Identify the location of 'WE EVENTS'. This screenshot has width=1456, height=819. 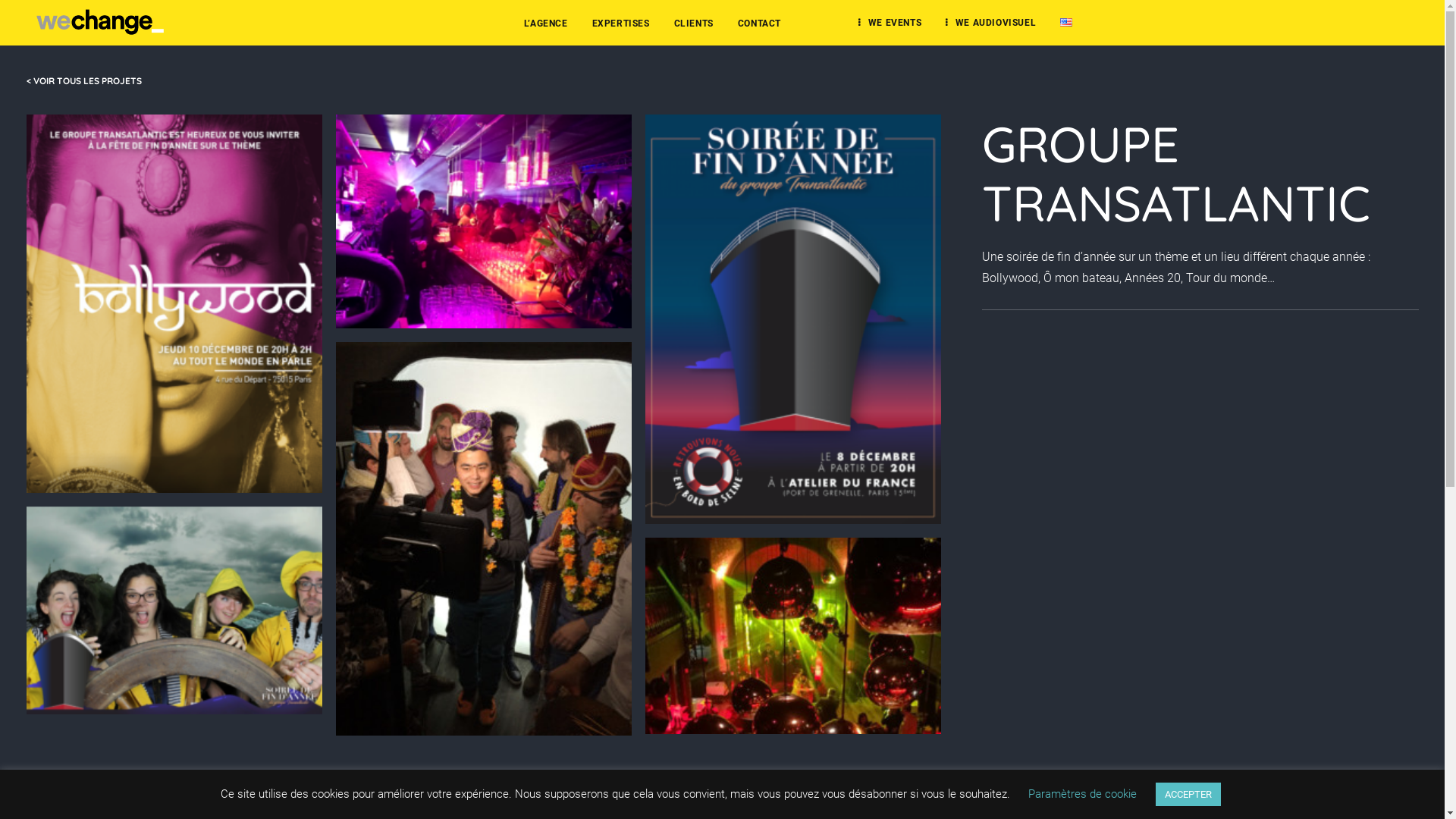
(890, 22).